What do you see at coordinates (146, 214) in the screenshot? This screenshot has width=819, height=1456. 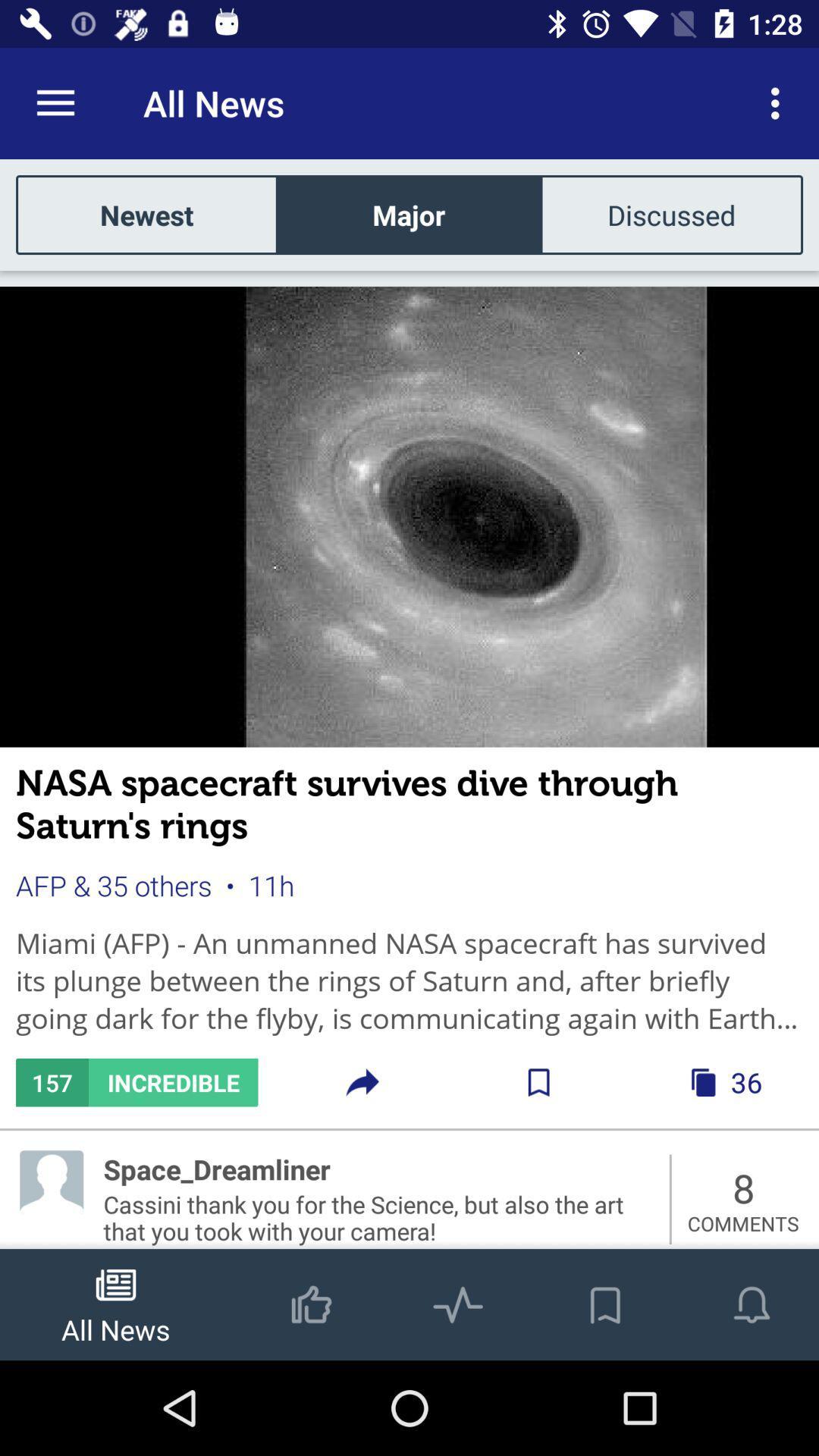 I see `newest which is beside major` at bounding box center [146, 214].